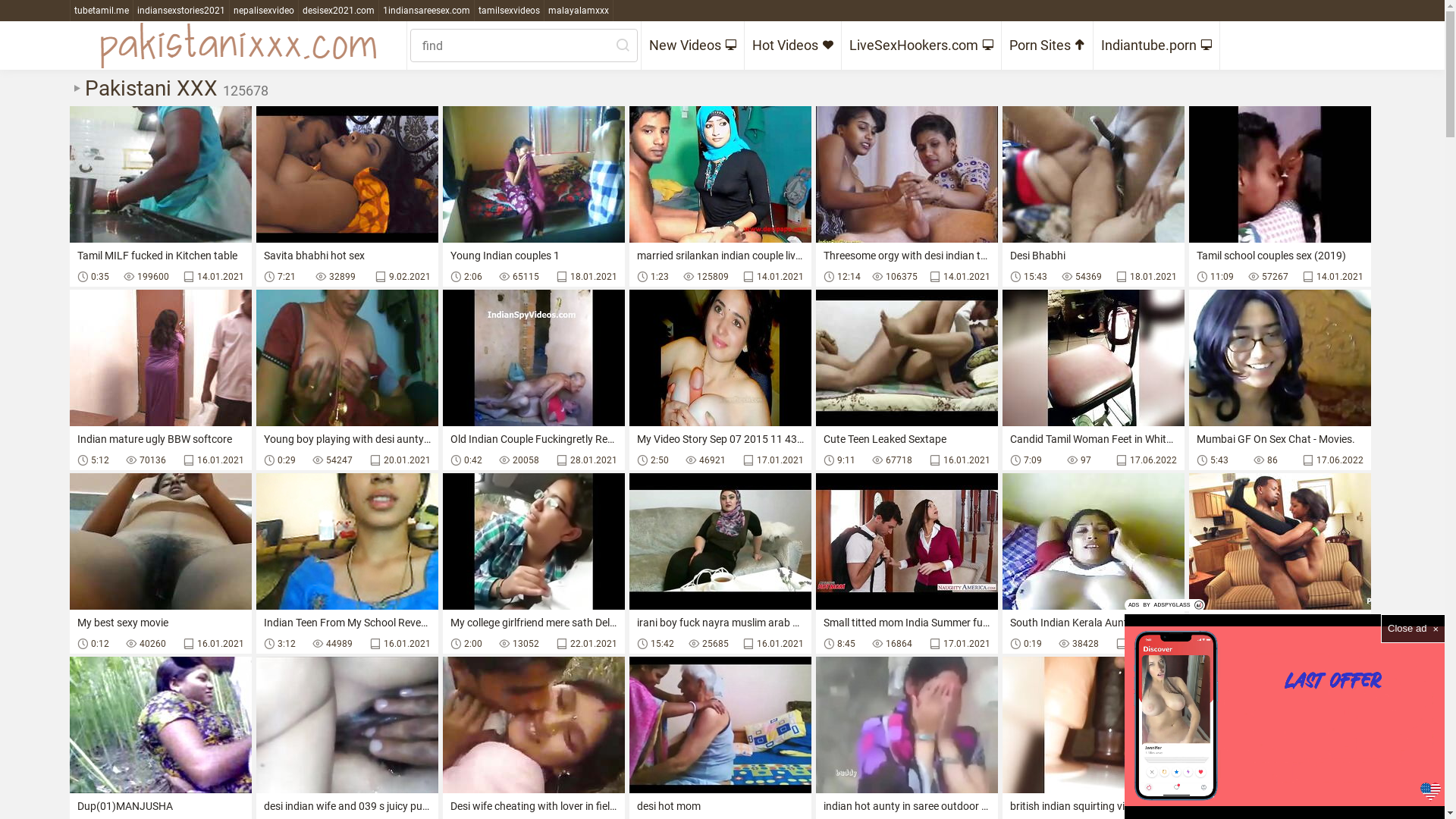  I want to click on 'Hot Videos', so click(792, 45).